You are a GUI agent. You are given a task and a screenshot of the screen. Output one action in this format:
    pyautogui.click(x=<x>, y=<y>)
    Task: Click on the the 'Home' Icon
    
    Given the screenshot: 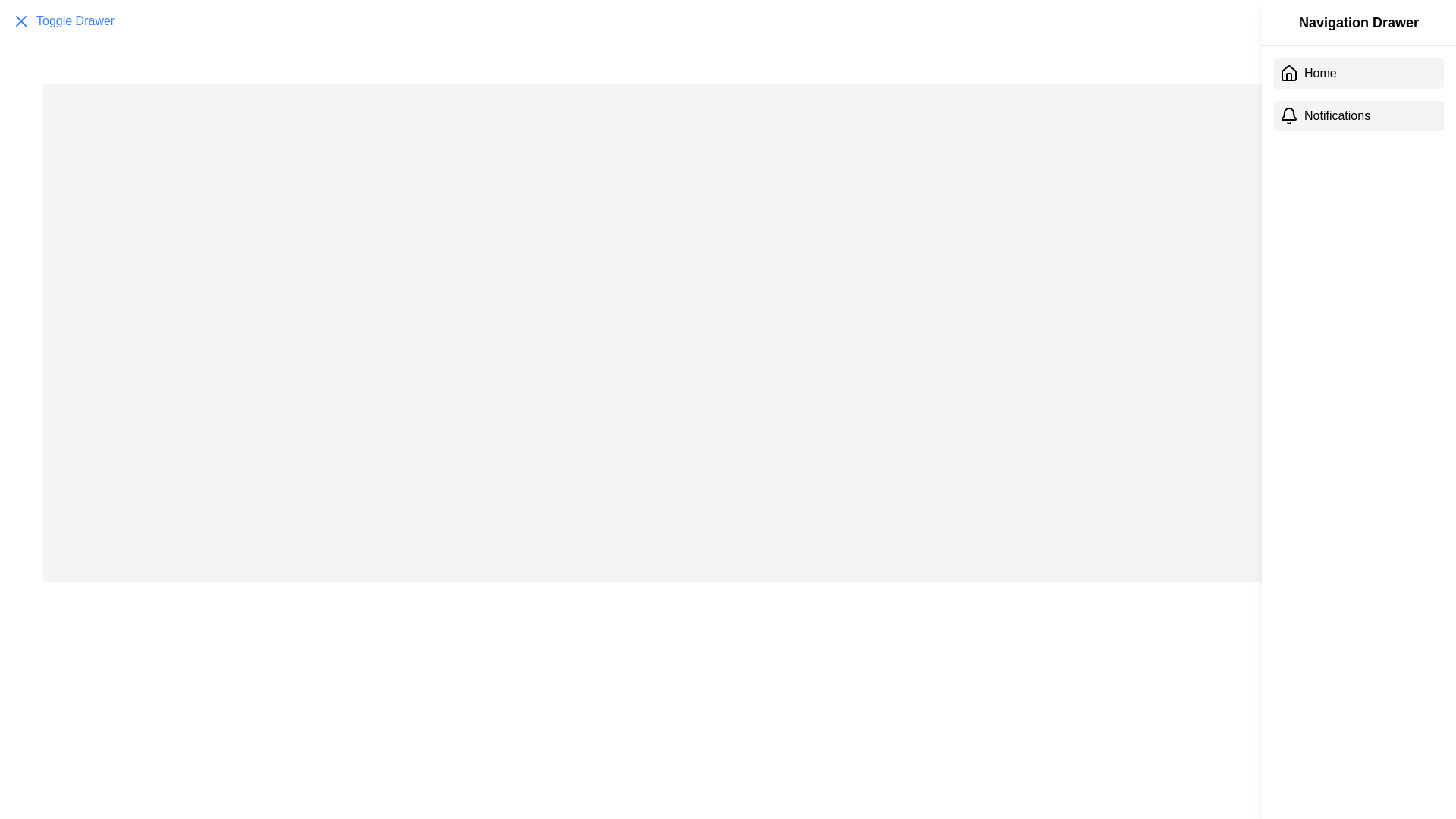 What is the action you would take?
    pyautogui.click(x=1288, y=73)
    